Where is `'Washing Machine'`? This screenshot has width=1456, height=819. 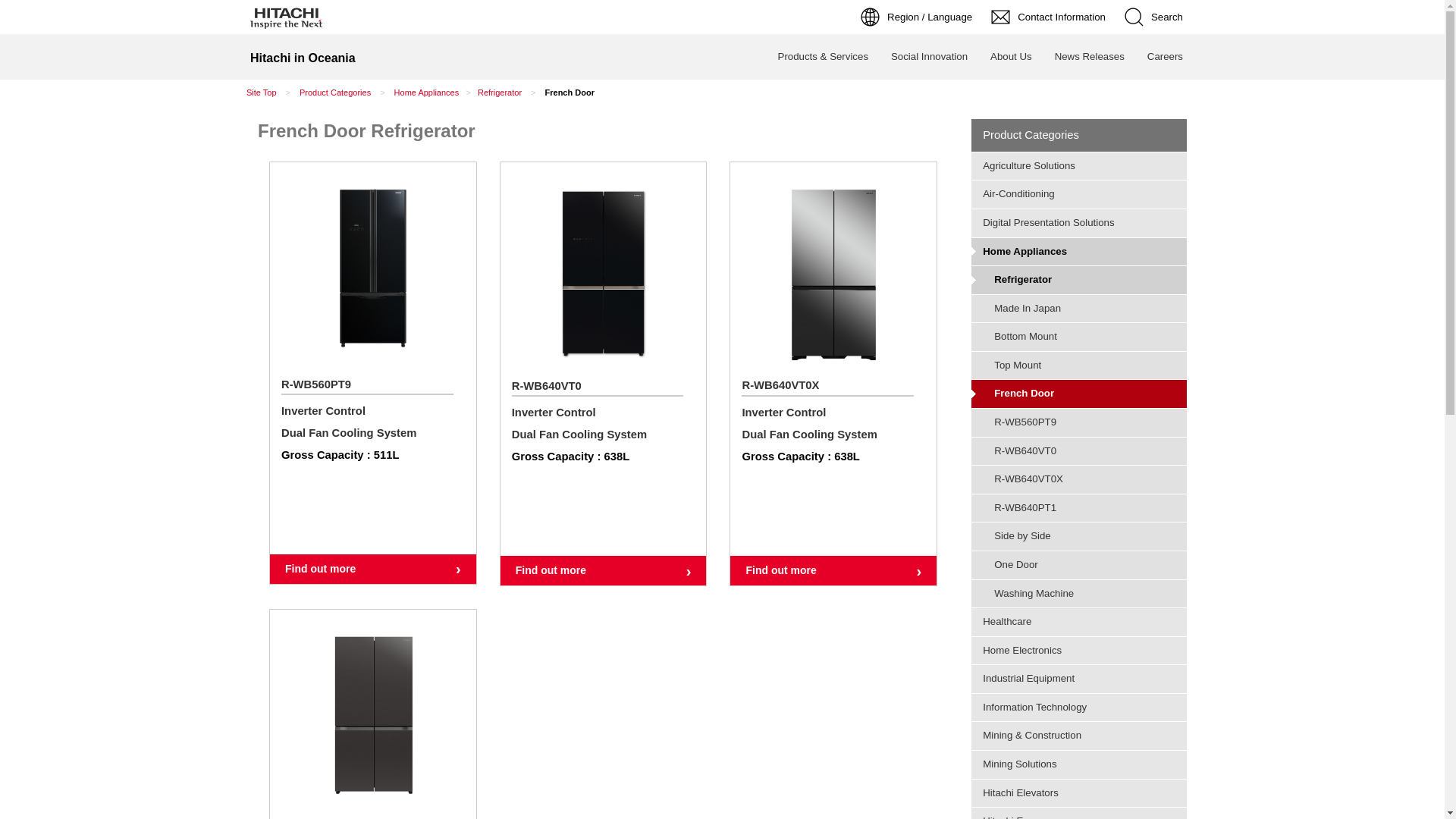
'Washing Machine' is located at coordinates (1078, 593).